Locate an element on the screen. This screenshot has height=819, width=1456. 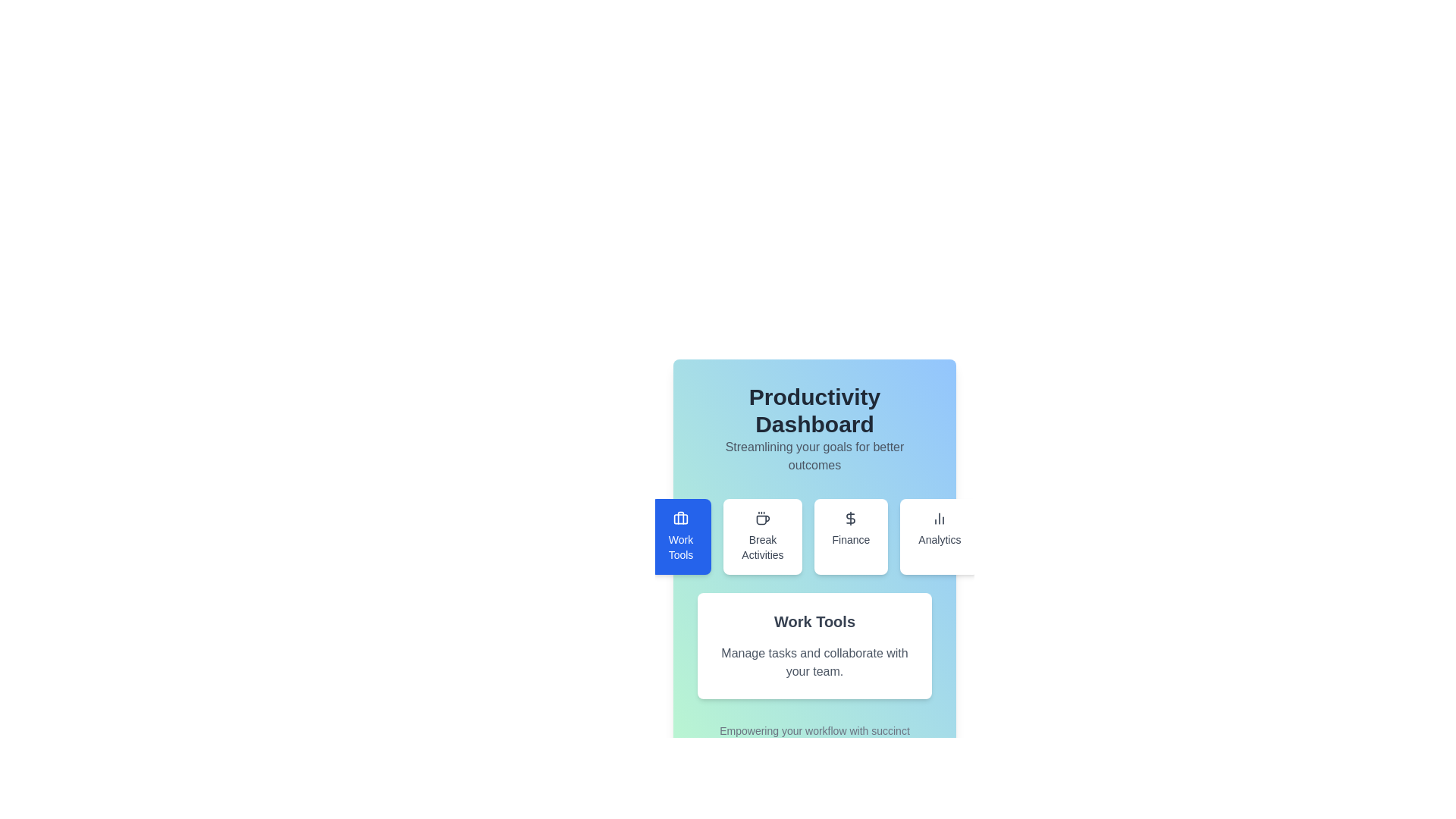
the tab labeled Finance to view its content is located at coordinates (851, 536).